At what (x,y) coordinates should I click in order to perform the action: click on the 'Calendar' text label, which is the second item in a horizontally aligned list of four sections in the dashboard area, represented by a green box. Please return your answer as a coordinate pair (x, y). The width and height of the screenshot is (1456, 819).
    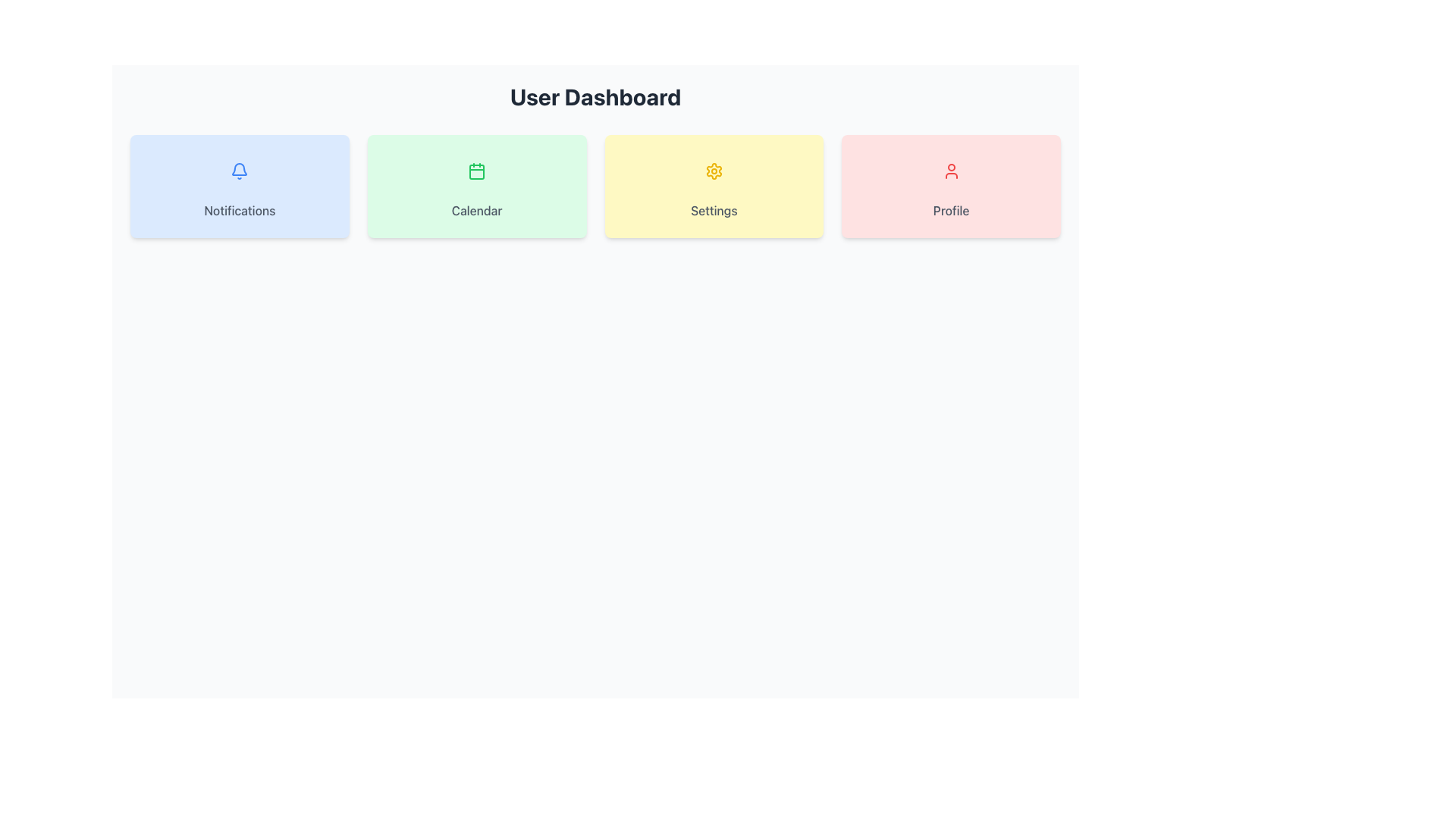
    Looking at the image, I should click on (476, 210).